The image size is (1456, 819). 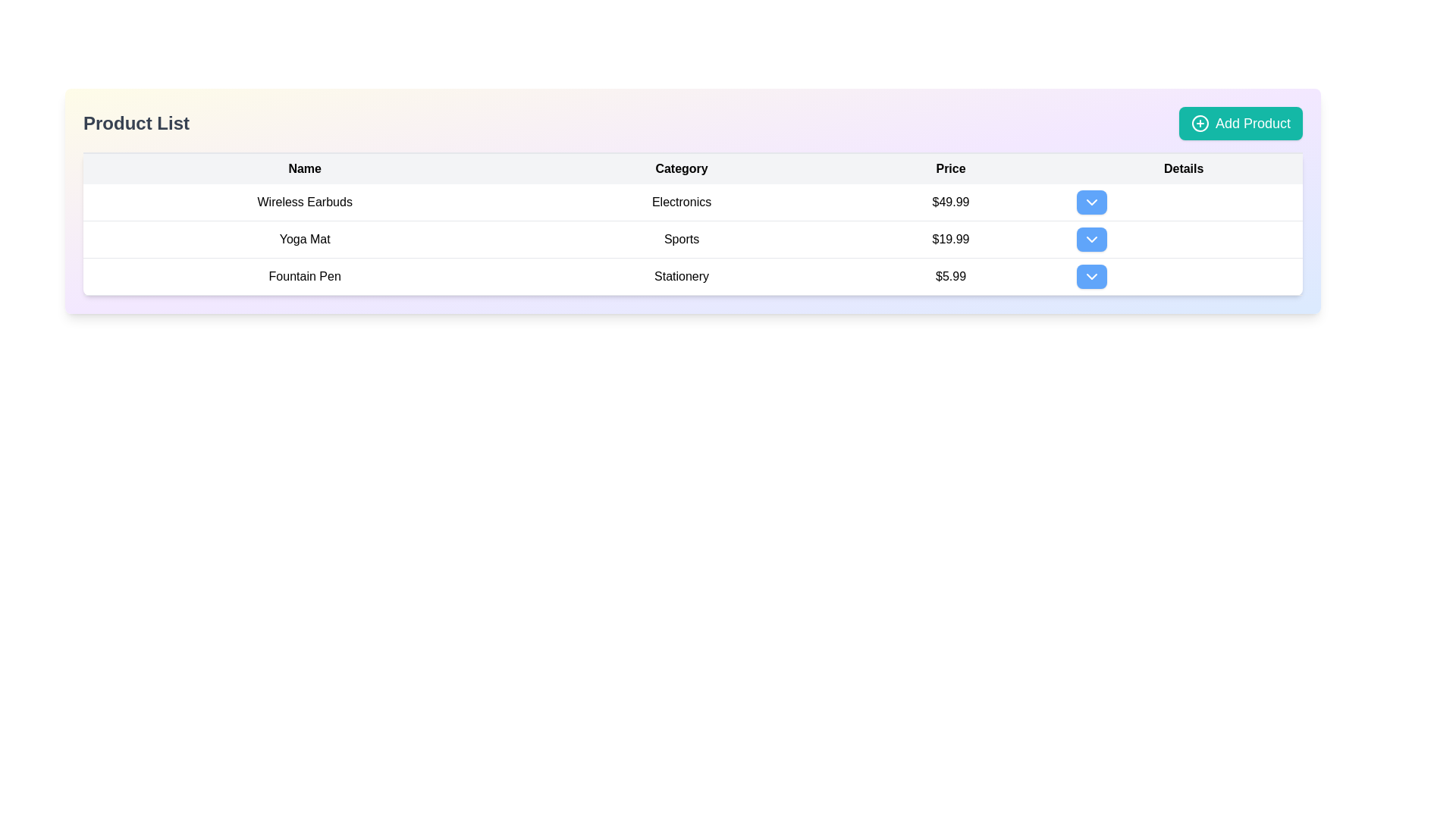 What do you see at coordinates (681, 168) in the screenshot?
I see `the second column header of the table, which indicates the categories of products, located between the 'Name' and 'Price' headers` at bounding box center [681, 168].